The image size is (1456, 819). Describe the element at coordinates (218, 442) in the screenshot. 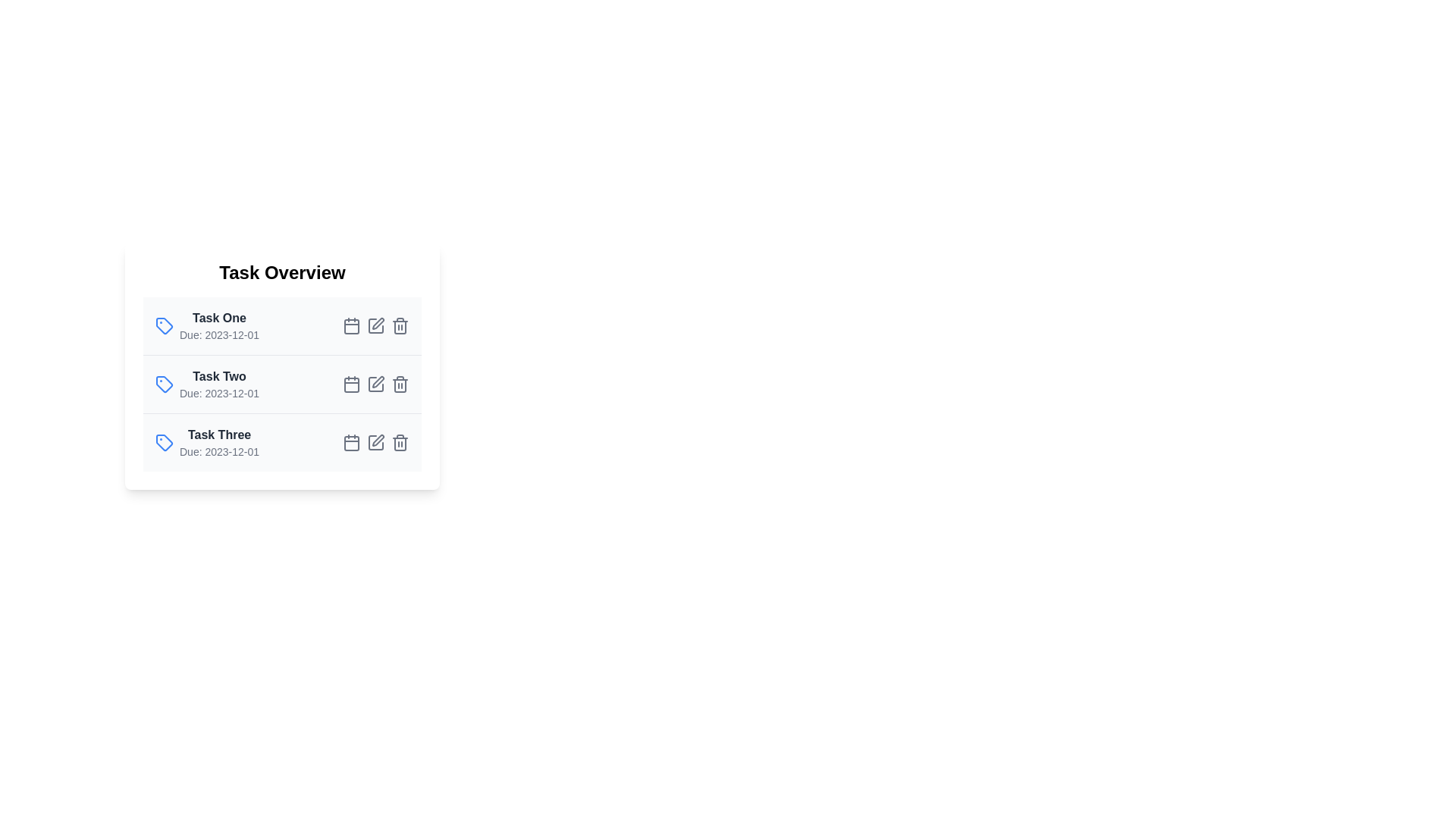

I see `the text field displaying 'Task Three' and 'Due: 2023-12-01', which is the third item in the 'Task Overview' card` at that location.